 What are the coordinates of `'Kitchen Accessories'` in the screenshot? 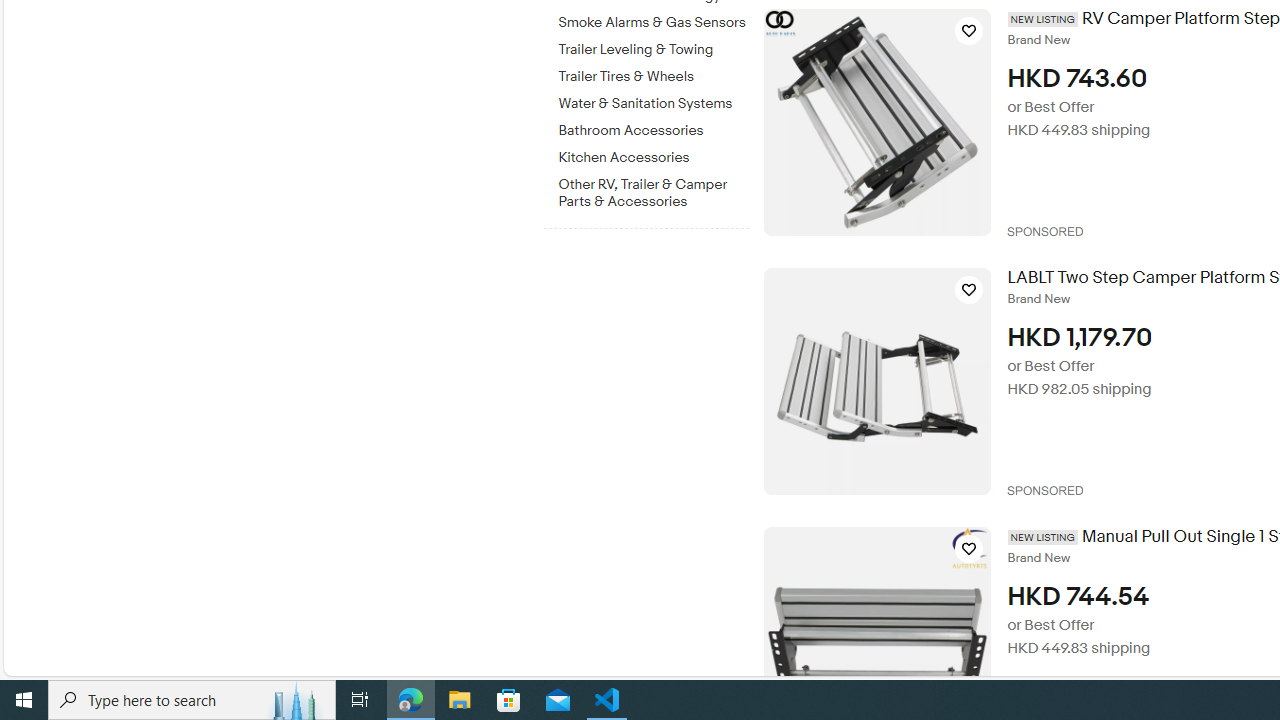 It's located at (653, 157).